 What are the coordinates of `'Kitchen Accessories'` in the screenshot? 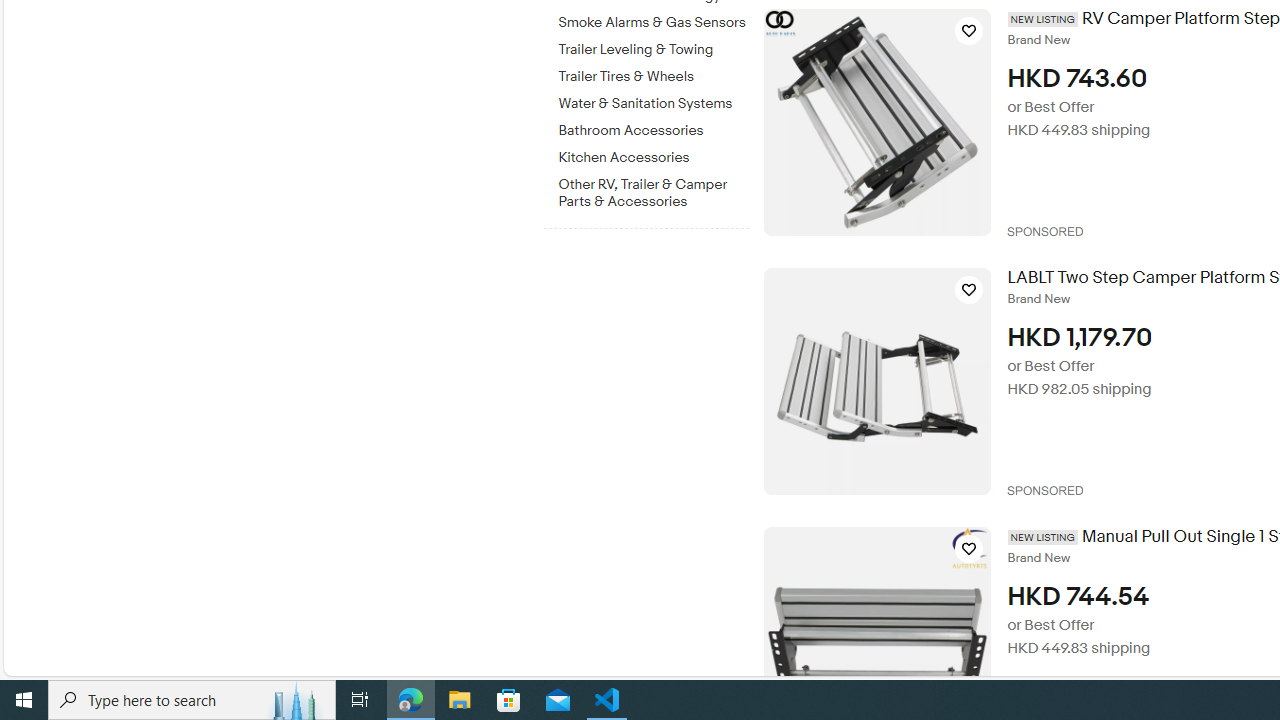 It's located at (653, 157).